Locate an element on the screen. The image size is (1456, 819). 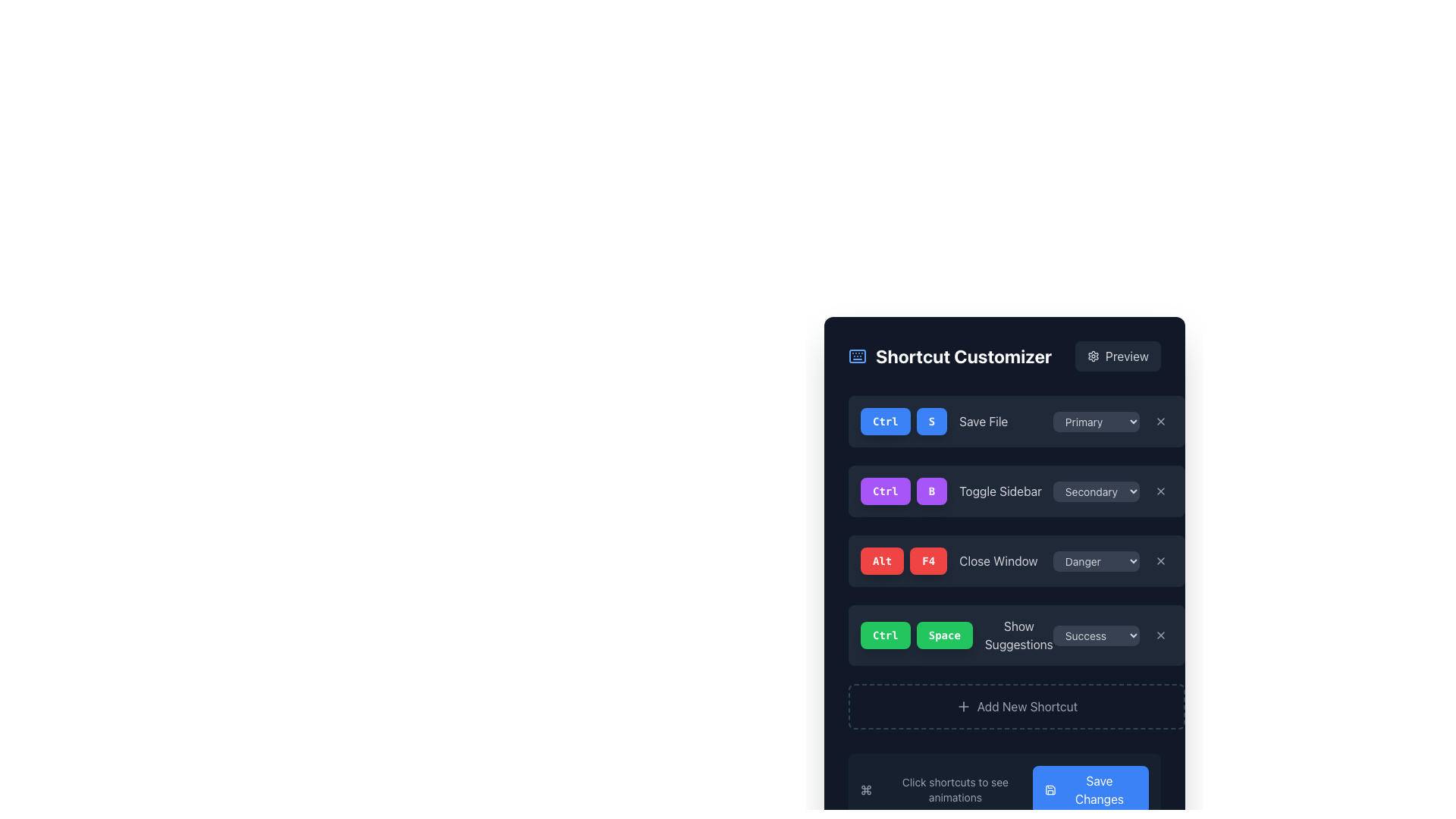
the decorative Save Changes icon located at the bottom-right corner of the Shortcut Customizer interface, which represents the Save Changes action is located at coordinates (1050, 789).